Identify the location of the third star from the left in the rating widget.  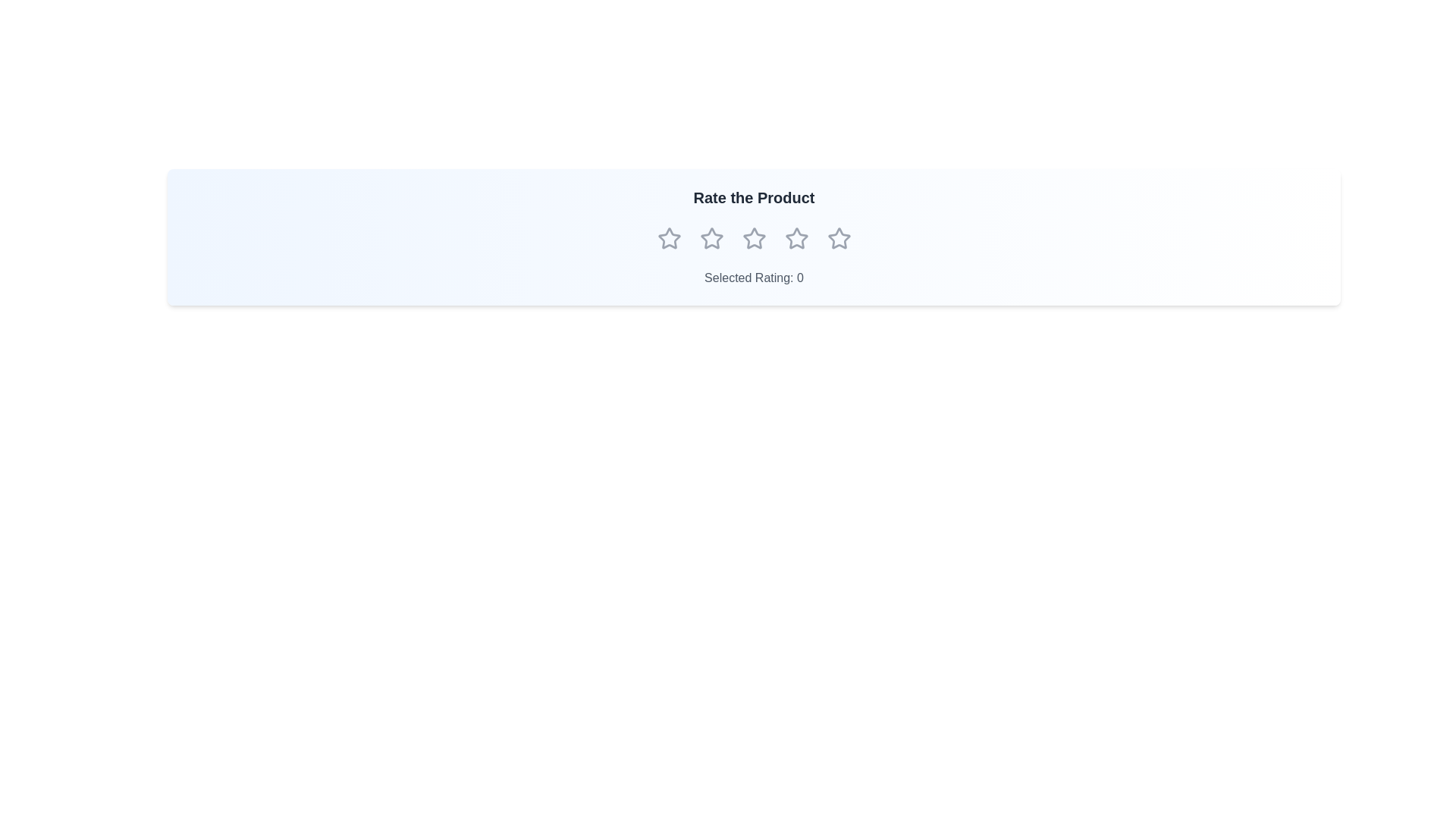
(754, 239).